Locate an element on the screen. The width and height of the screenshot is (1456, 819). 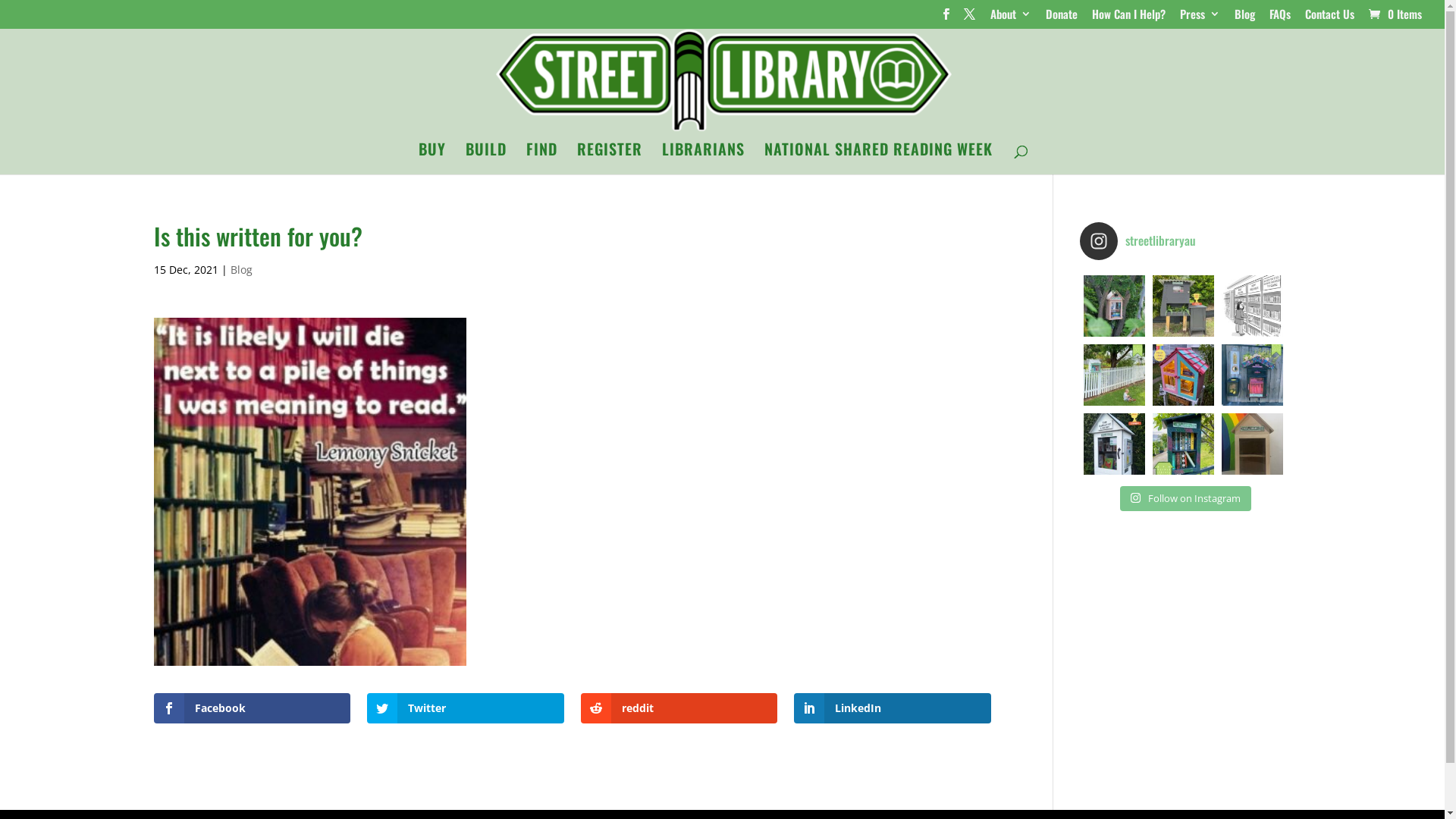
'LinkedIn' is located at coordinates (792, 708).